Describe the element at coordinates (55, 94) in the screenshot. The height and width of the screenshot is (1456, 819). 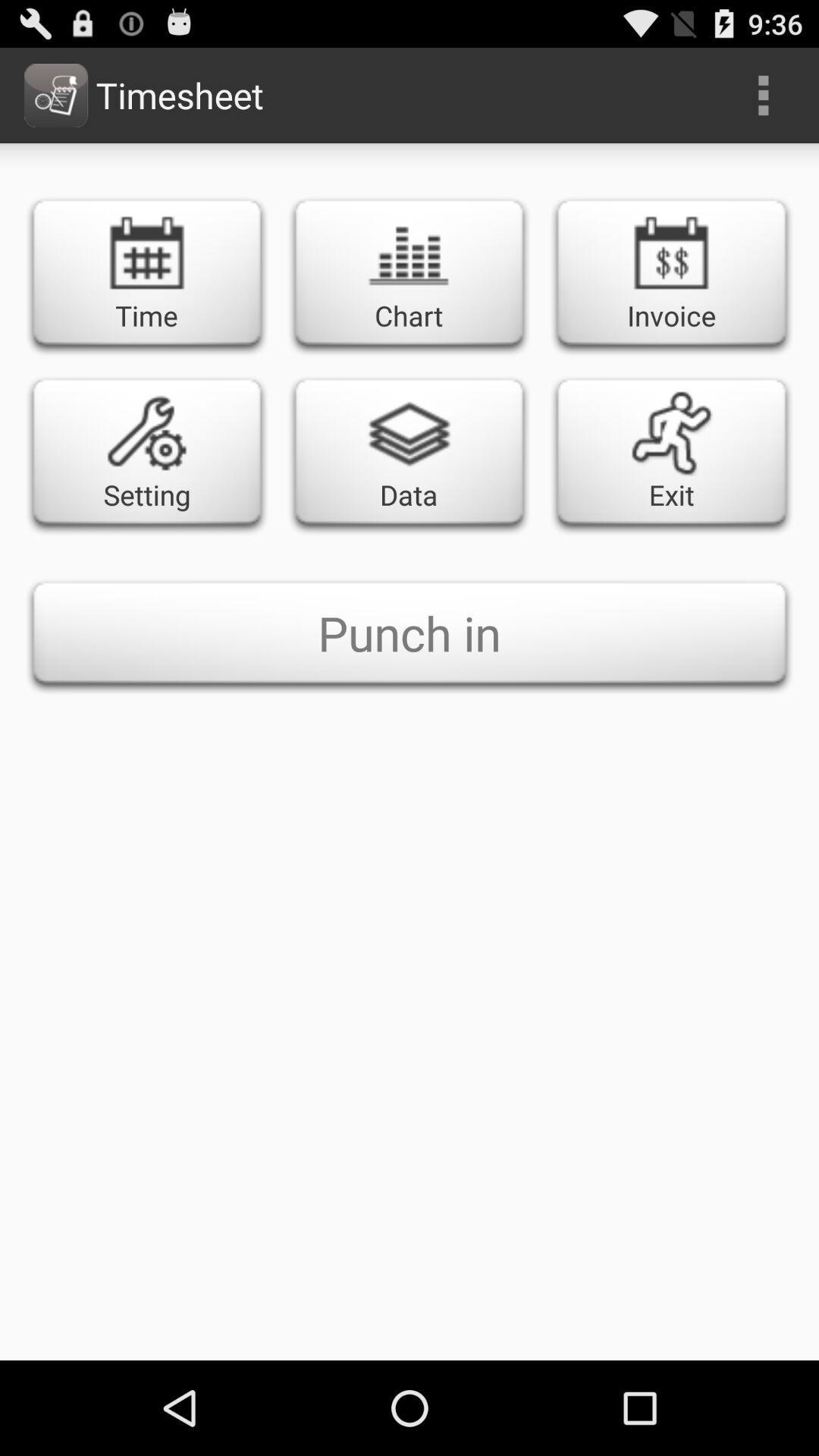
I see `the image next to timesheet` at that location.